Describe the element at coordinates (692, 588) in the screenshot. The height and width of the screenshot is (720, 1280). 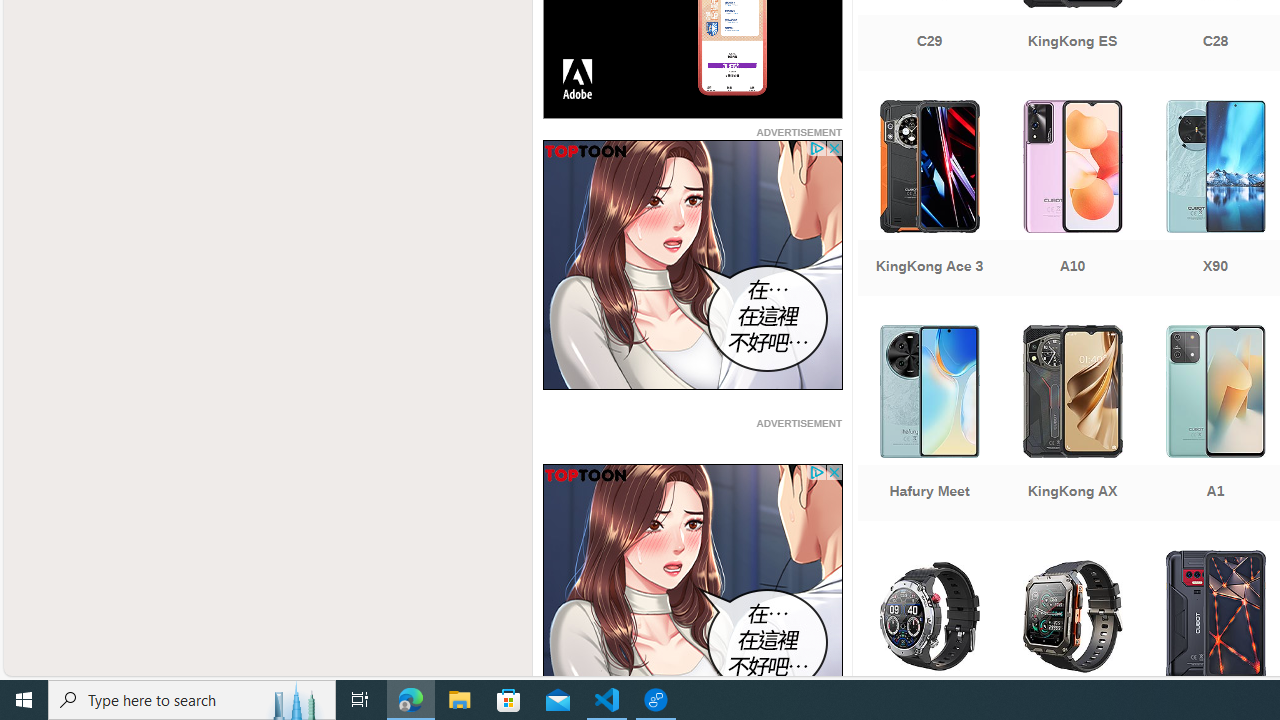
I see `'To get missing image descriptions, open the context menu.'` at that location.